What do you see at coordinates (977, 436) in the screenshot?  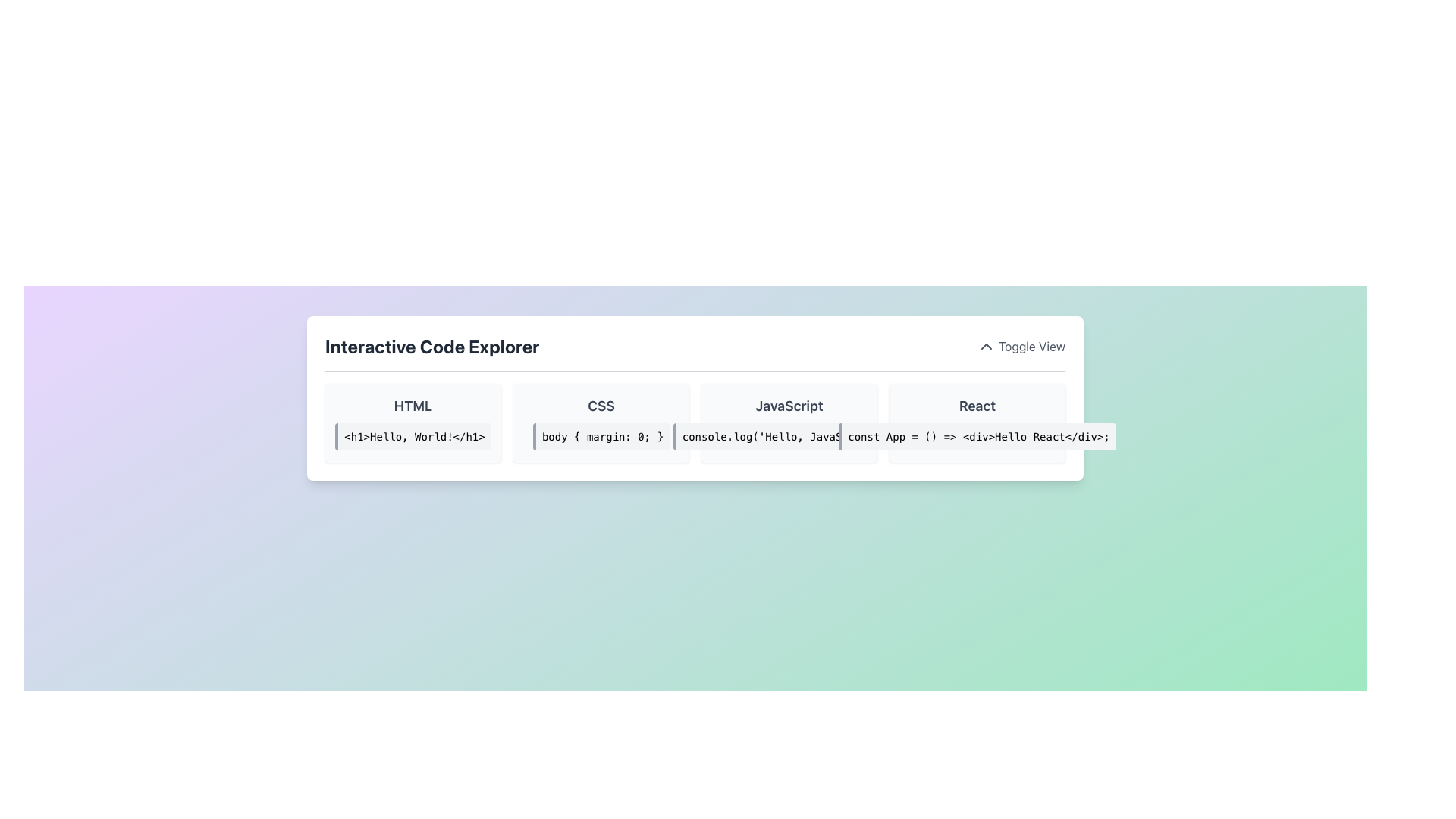 I see `the text displayed in the second Text Display element under the 'React' header in the code editor interface` at bounding box center [977, 436].